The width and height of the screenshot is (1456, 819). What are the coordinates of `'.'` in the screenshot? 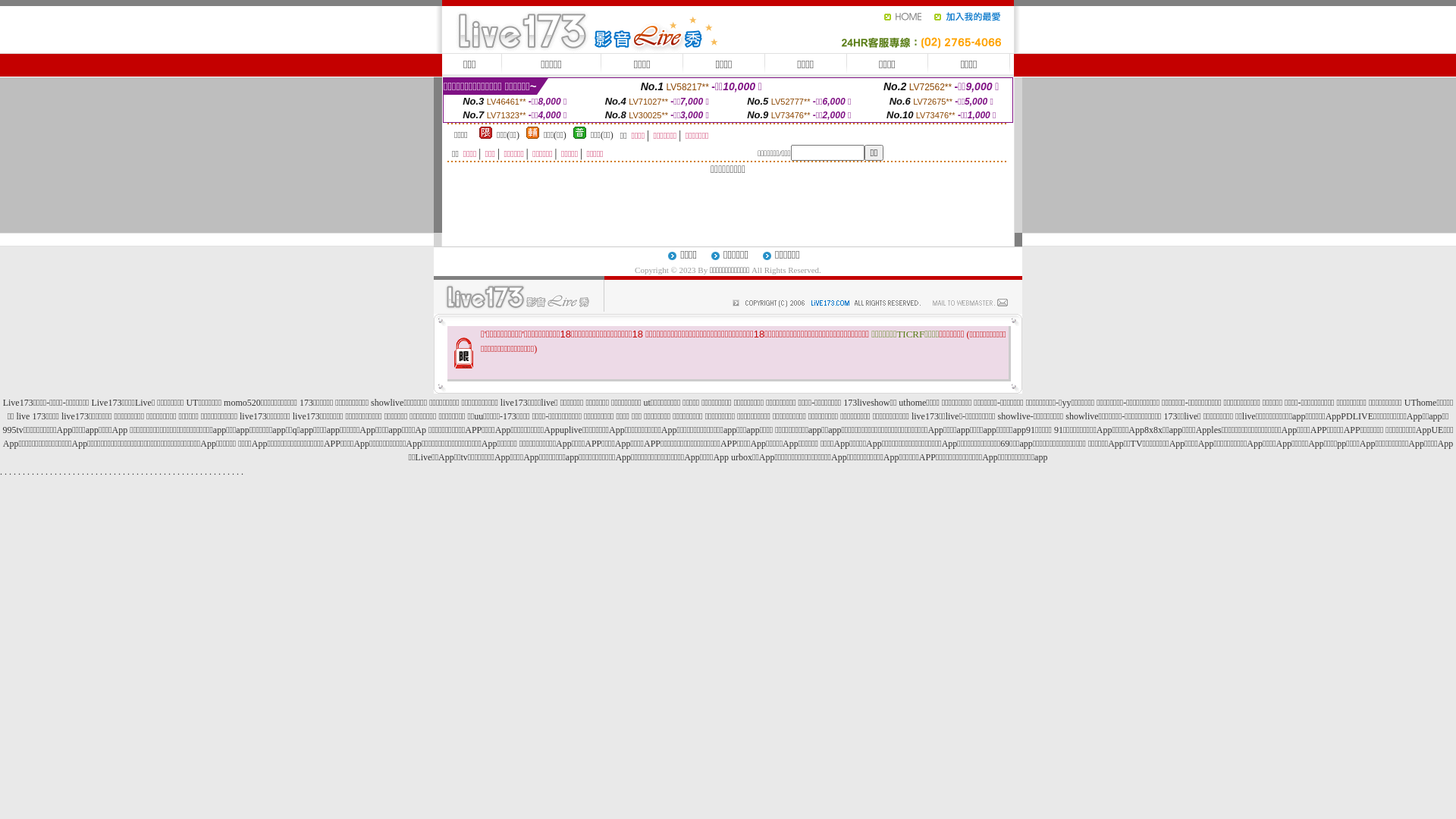 It's located at (214, 470).